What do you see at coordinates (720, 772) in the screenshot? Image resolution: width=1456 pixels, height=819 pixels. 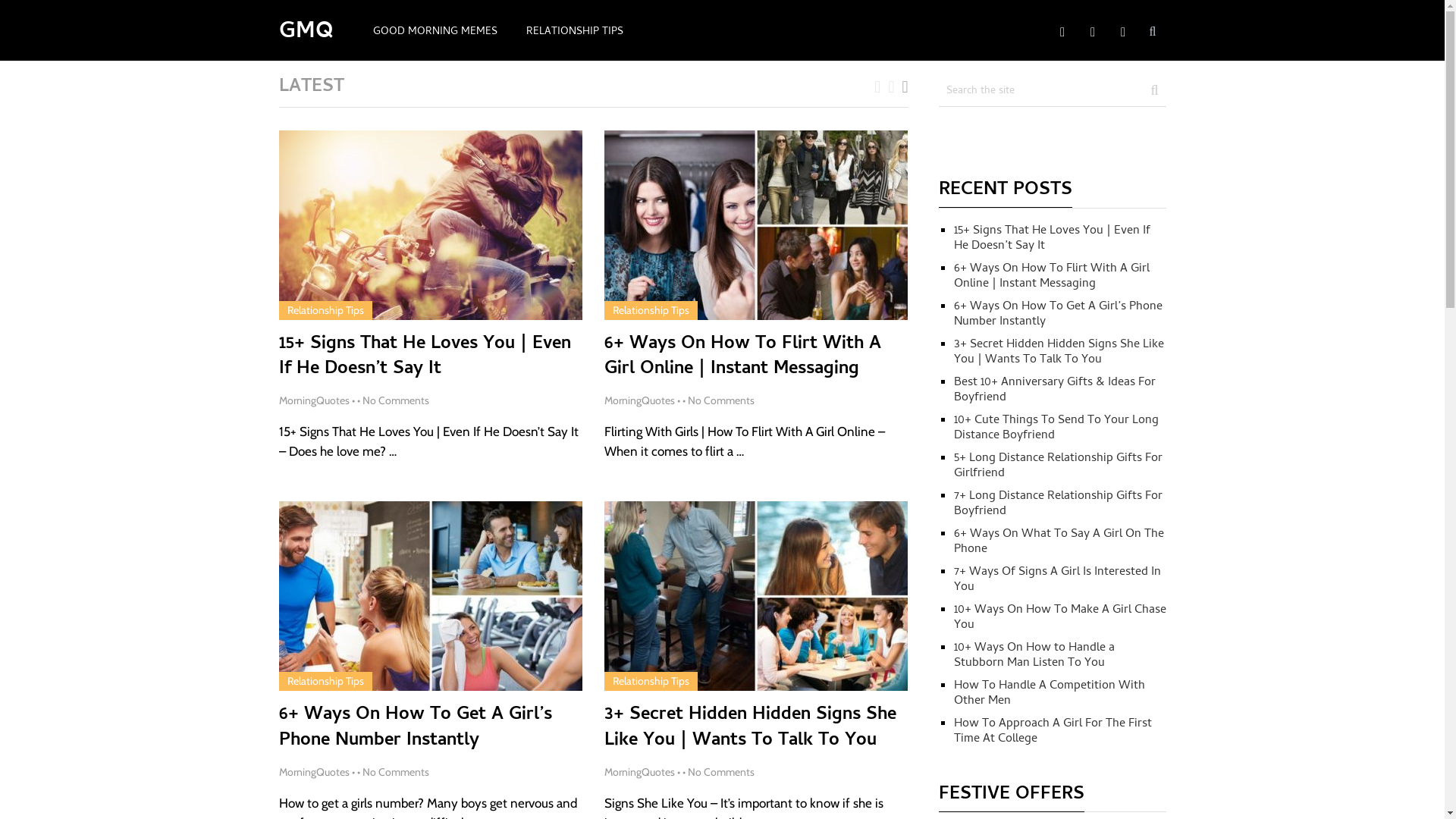 I see `'No Comments'` at bounding box center [720, 772].